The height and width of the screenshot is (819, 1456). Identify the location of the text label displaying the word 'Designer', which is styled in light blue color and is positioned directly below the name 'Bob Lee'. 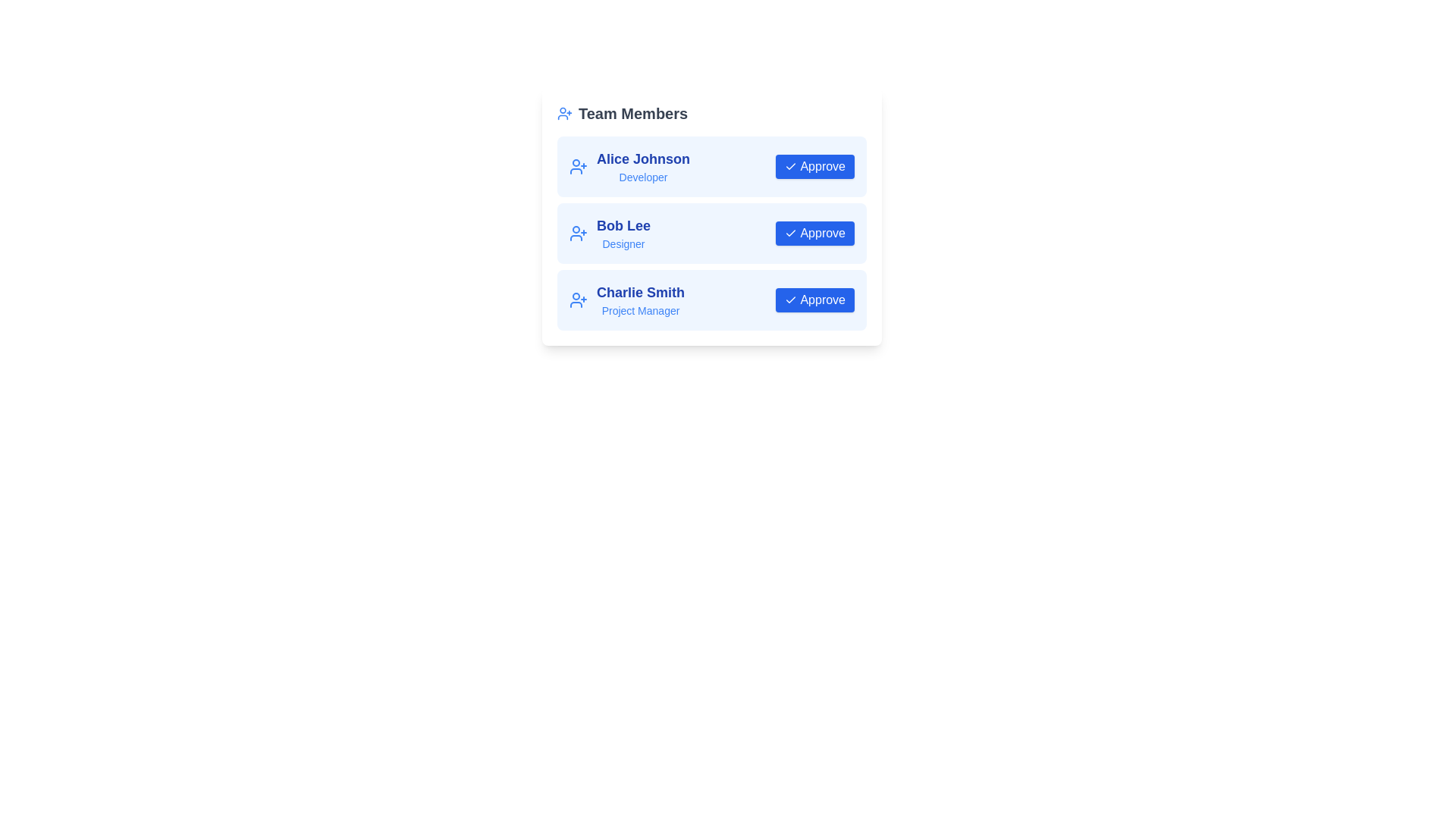
(623, 243).